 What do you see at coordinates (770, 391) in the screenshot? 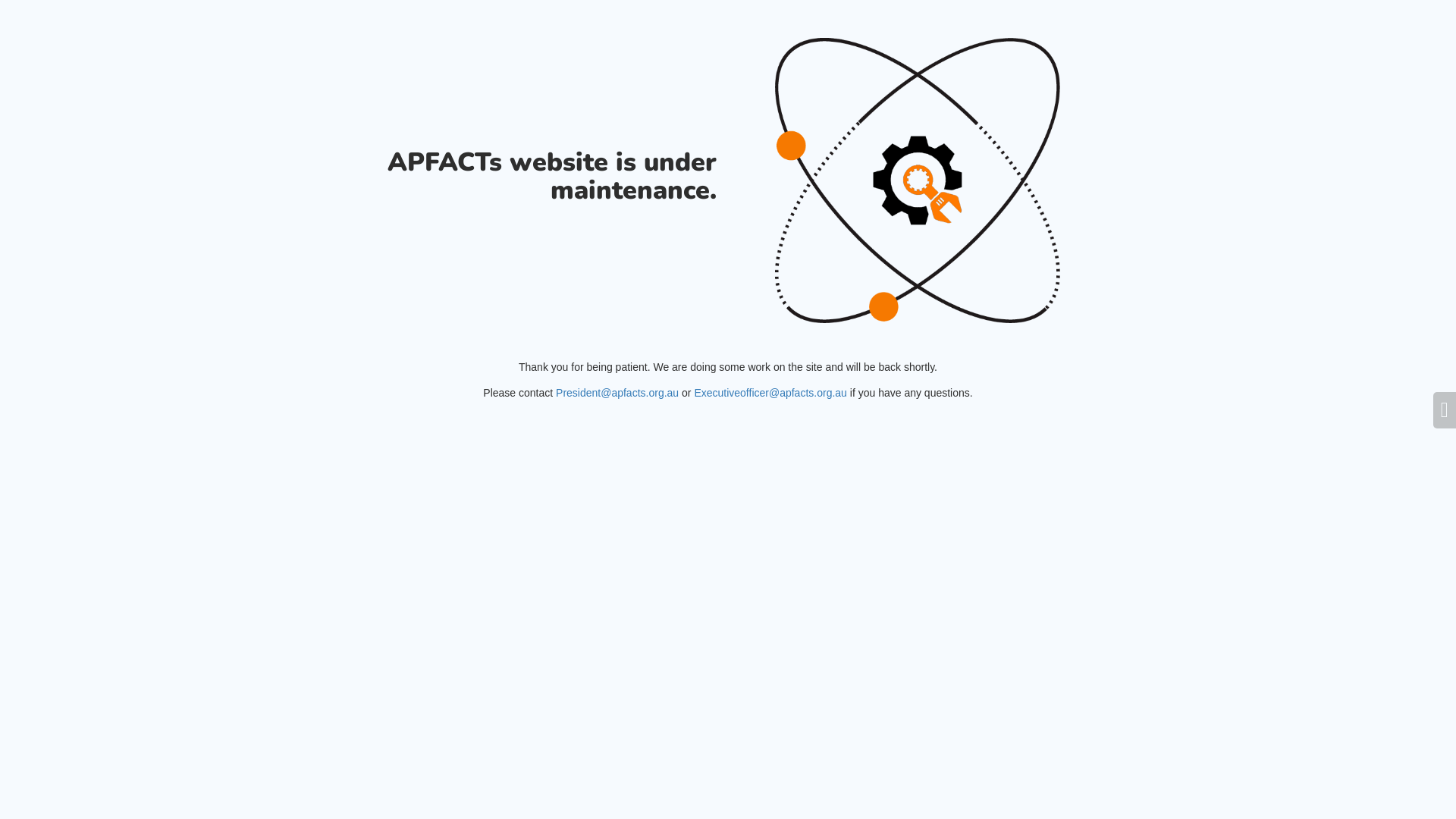
I see `'Executiveofficer@apfacts.org.au'` at bounding box center [770, 391].